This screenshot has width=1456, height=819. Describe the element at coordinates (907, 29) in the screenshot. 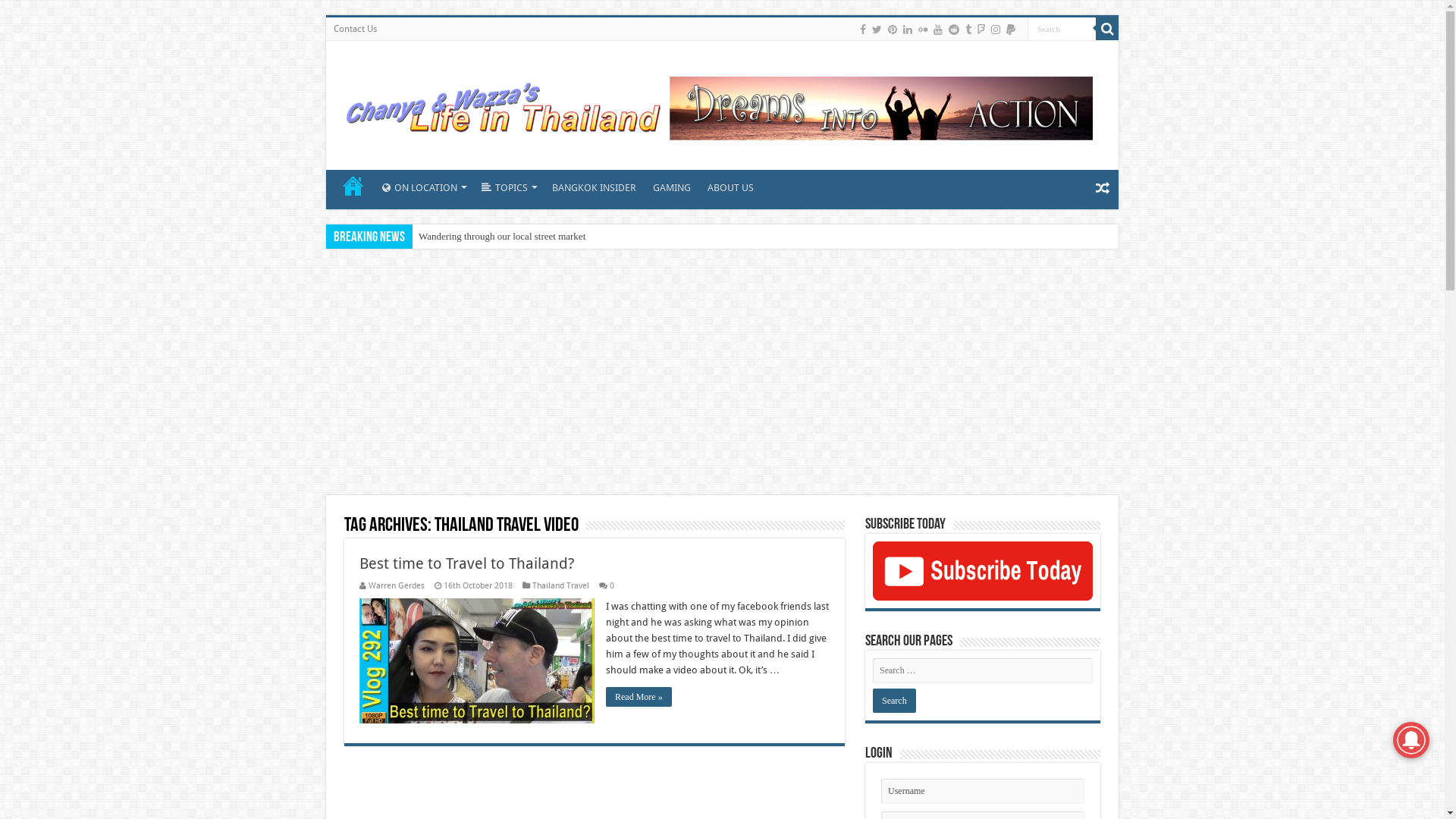

I see `'LinkedIn'` at that location.